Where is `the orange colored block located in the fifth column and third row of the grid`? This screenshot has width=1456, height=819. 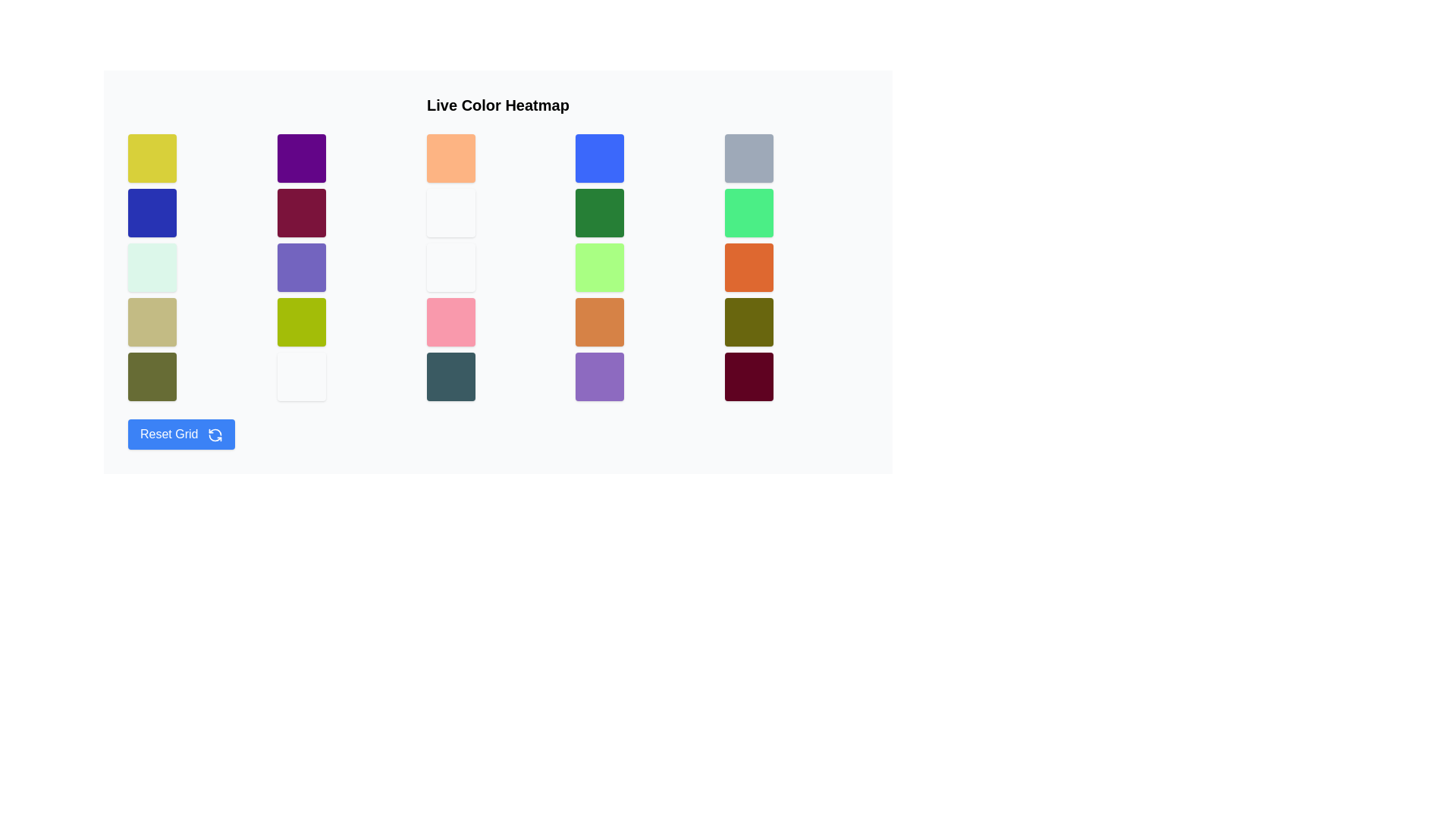 the orange colored block located in the fifth column and third row of the grid is located at coordinates (749, 267).